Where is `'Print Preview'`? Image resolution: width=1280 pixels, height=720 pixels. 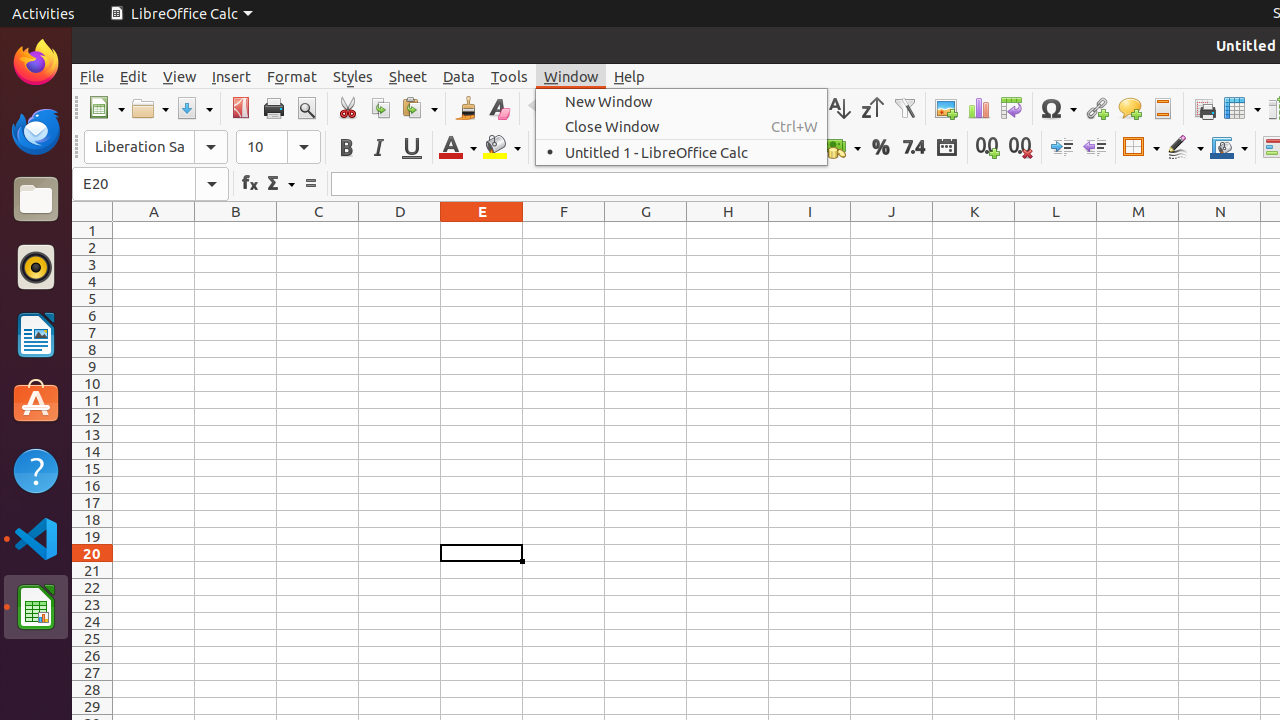
'Print Preview' is located at coordinates (305, 108).